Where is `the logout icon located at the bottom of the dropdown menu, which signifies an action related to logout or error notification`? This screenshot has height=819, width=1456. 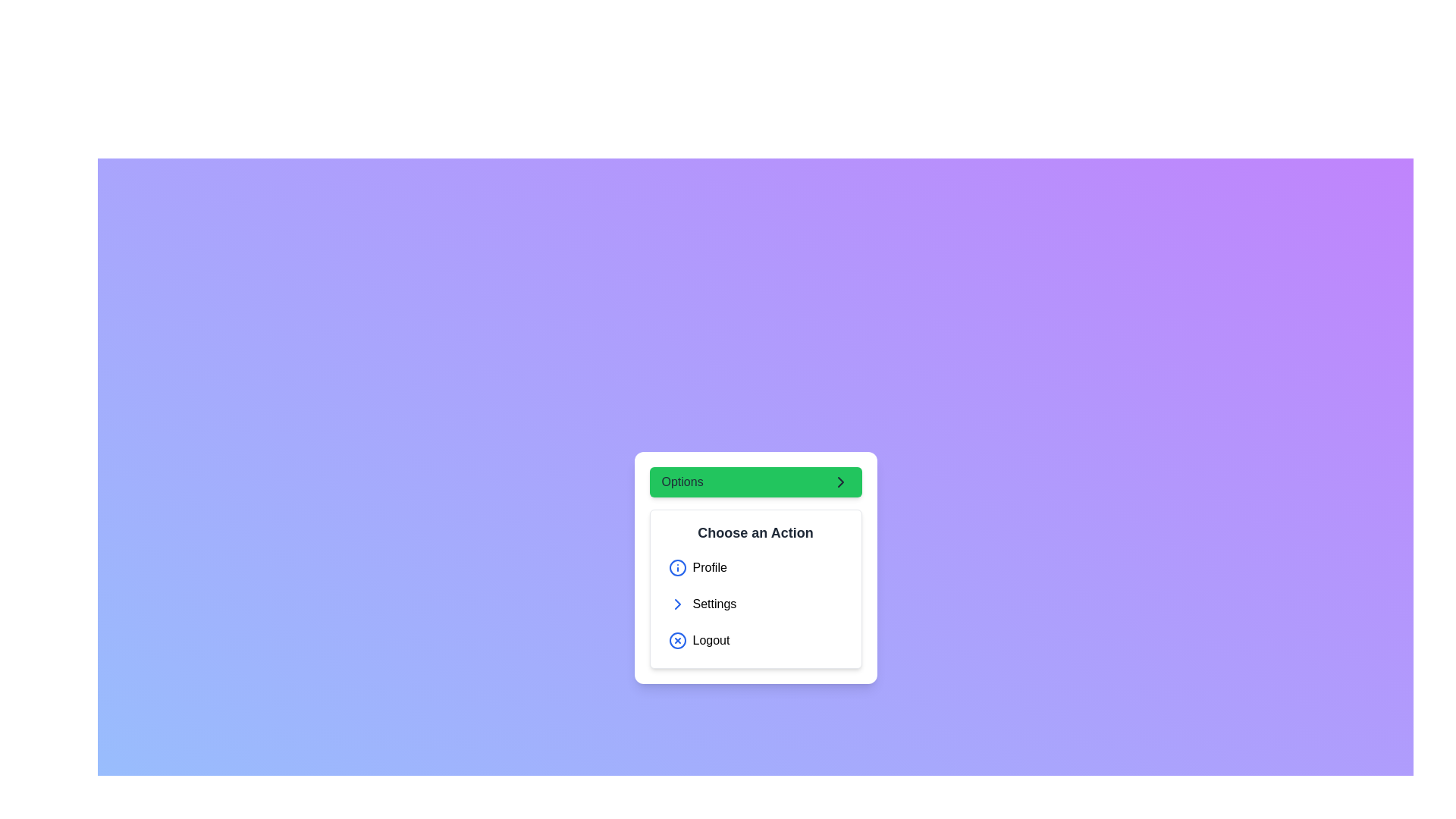
the logout icon located at the bottom of the dropdown menu, which signifies an action related to logout or error notification is located at coordinates (676, 640).